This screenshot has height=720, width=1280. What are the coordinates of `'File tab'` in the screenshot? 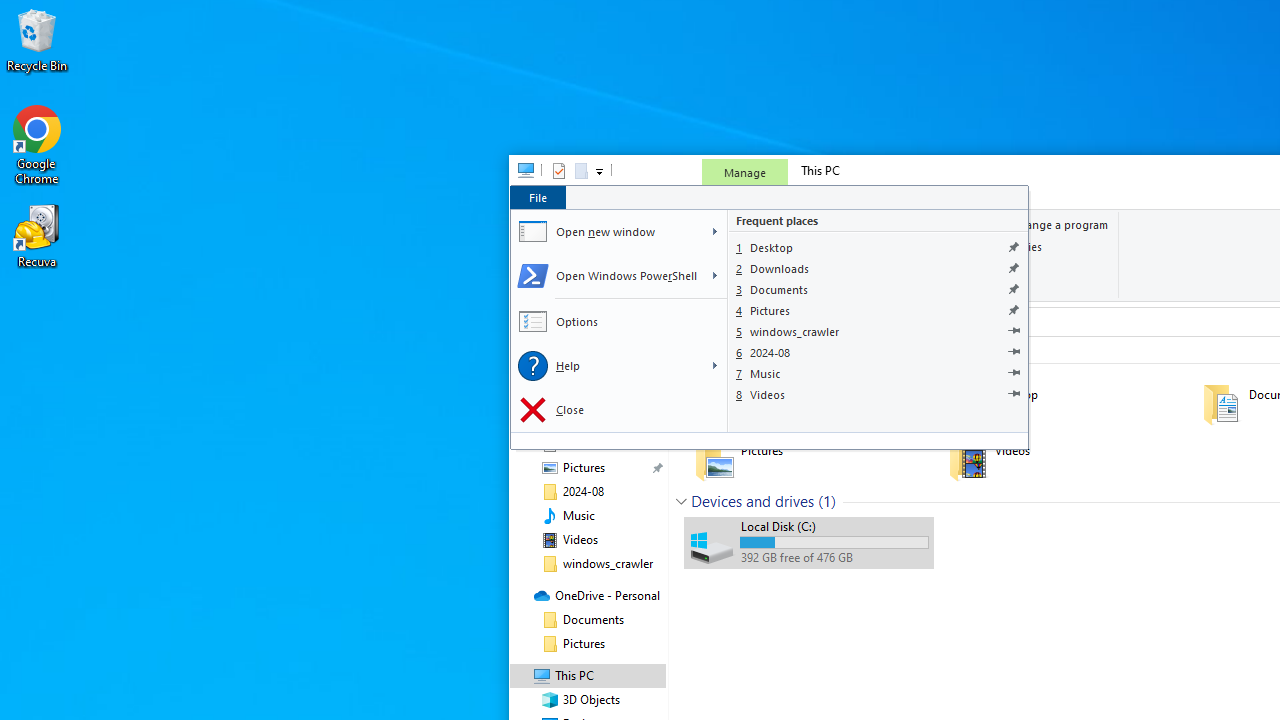 It's located at (537, 197).